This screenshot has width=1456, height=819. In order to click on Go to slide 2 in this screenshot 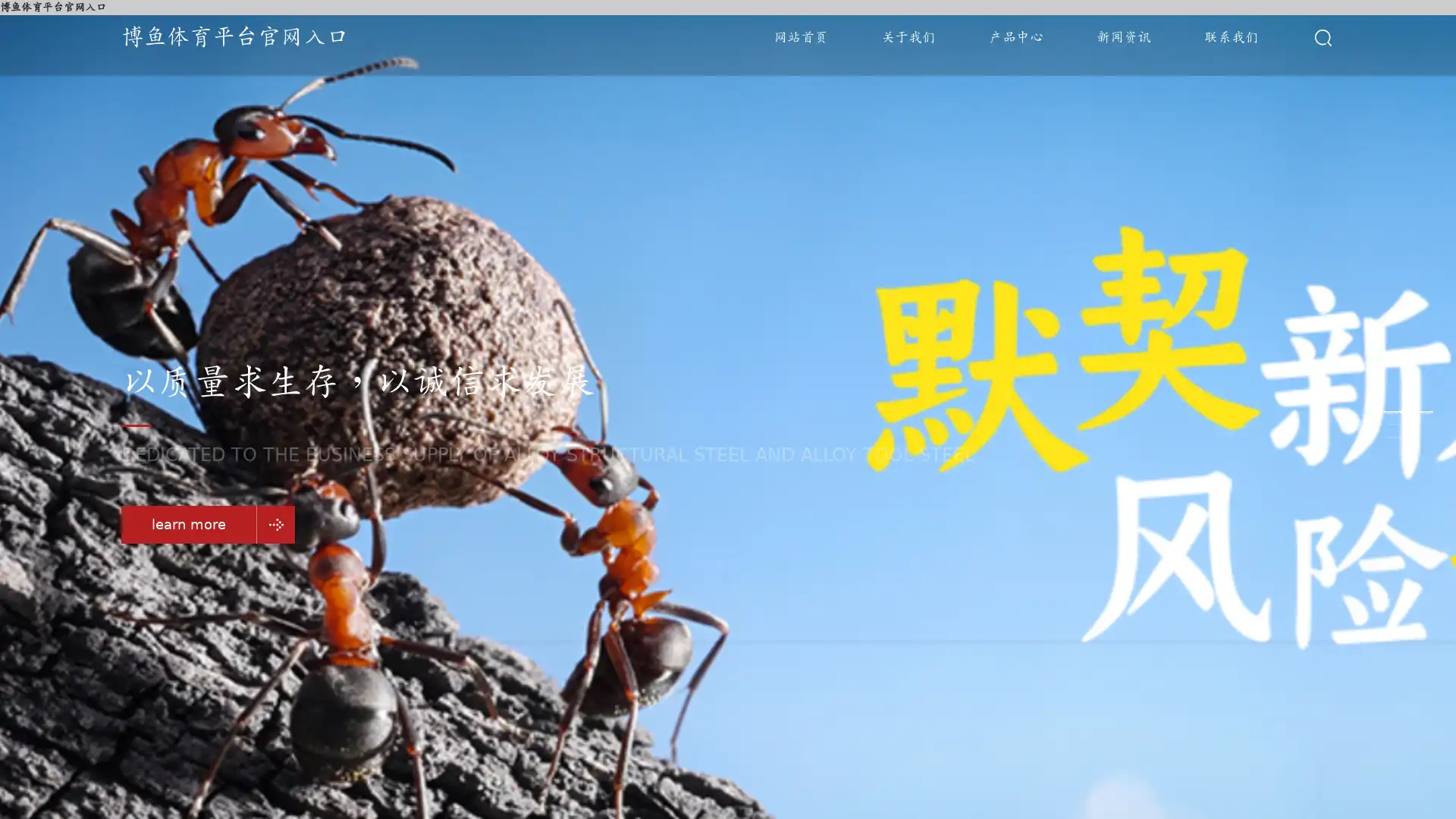, I will do `click(1401, 424)`.